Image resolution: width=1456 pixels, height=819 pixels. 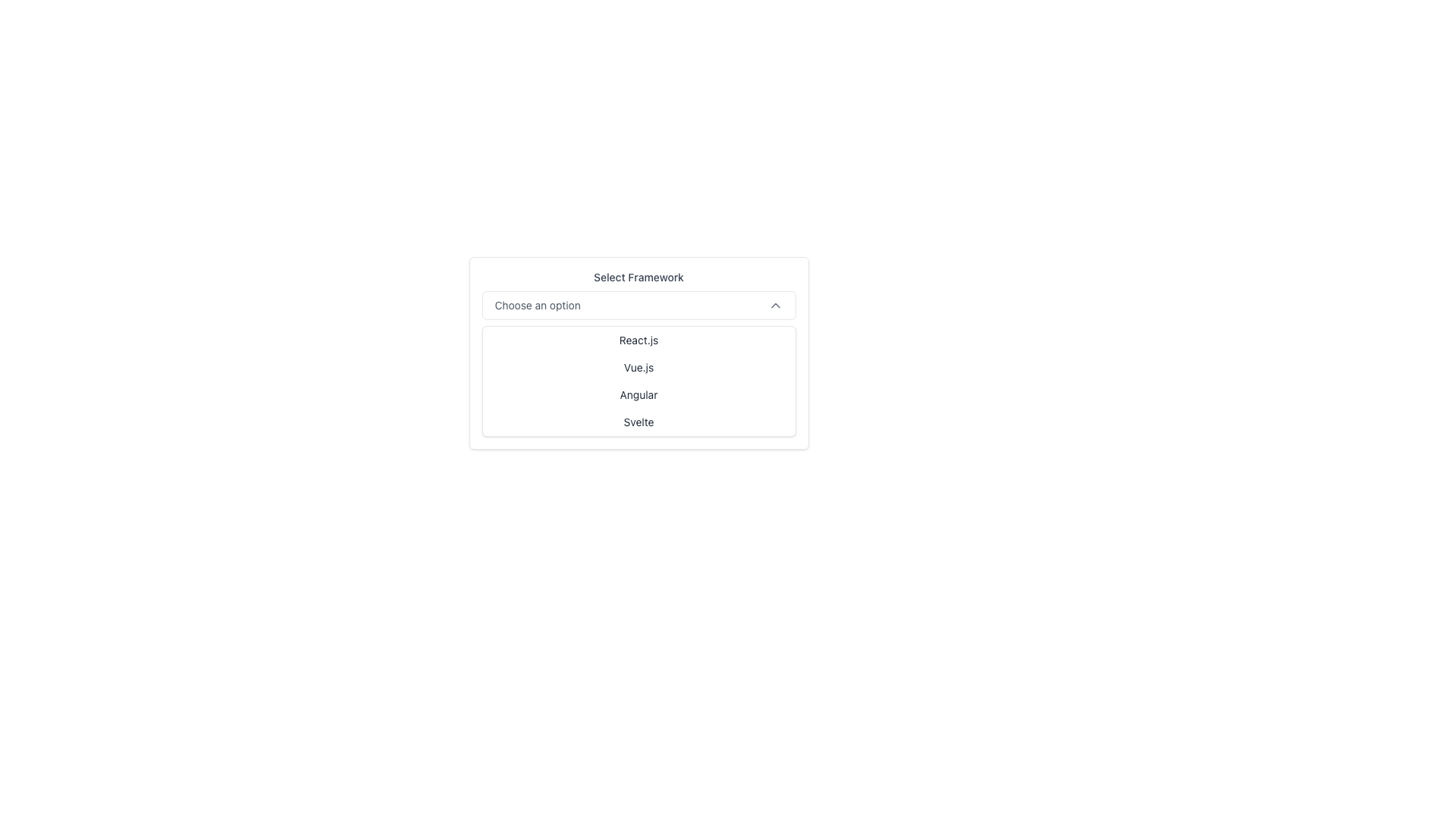 What do you see at coordinates (775, 305) in the screenshot?
I see `the Chevron icon located on the right side of the 'Choose an option' text, which serves as a toggle for the dropdown menu visibility` at bounding box center [775, 305].